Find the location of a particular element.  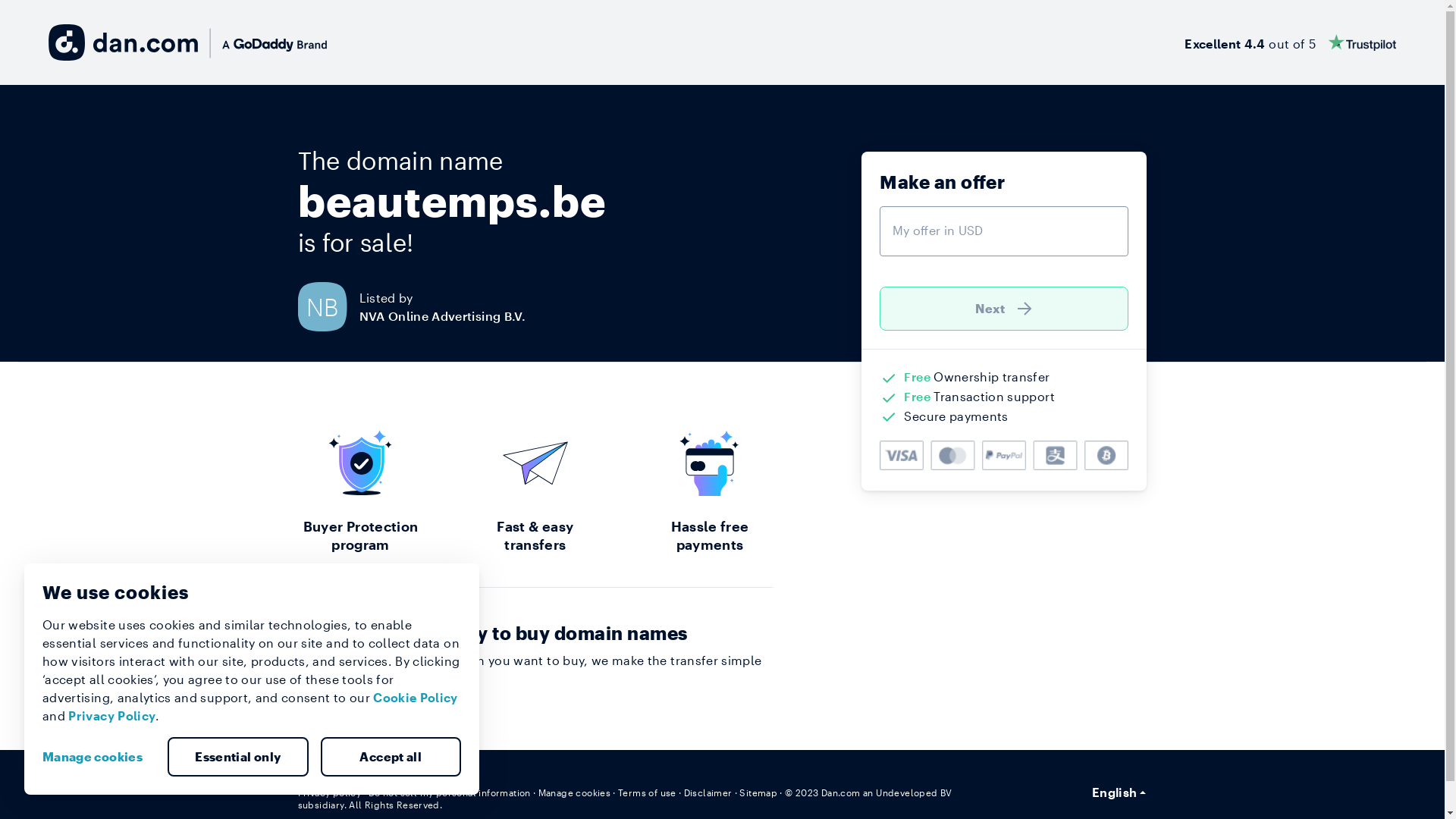

'Cookie Policy' is located at coordinates (415, 697).